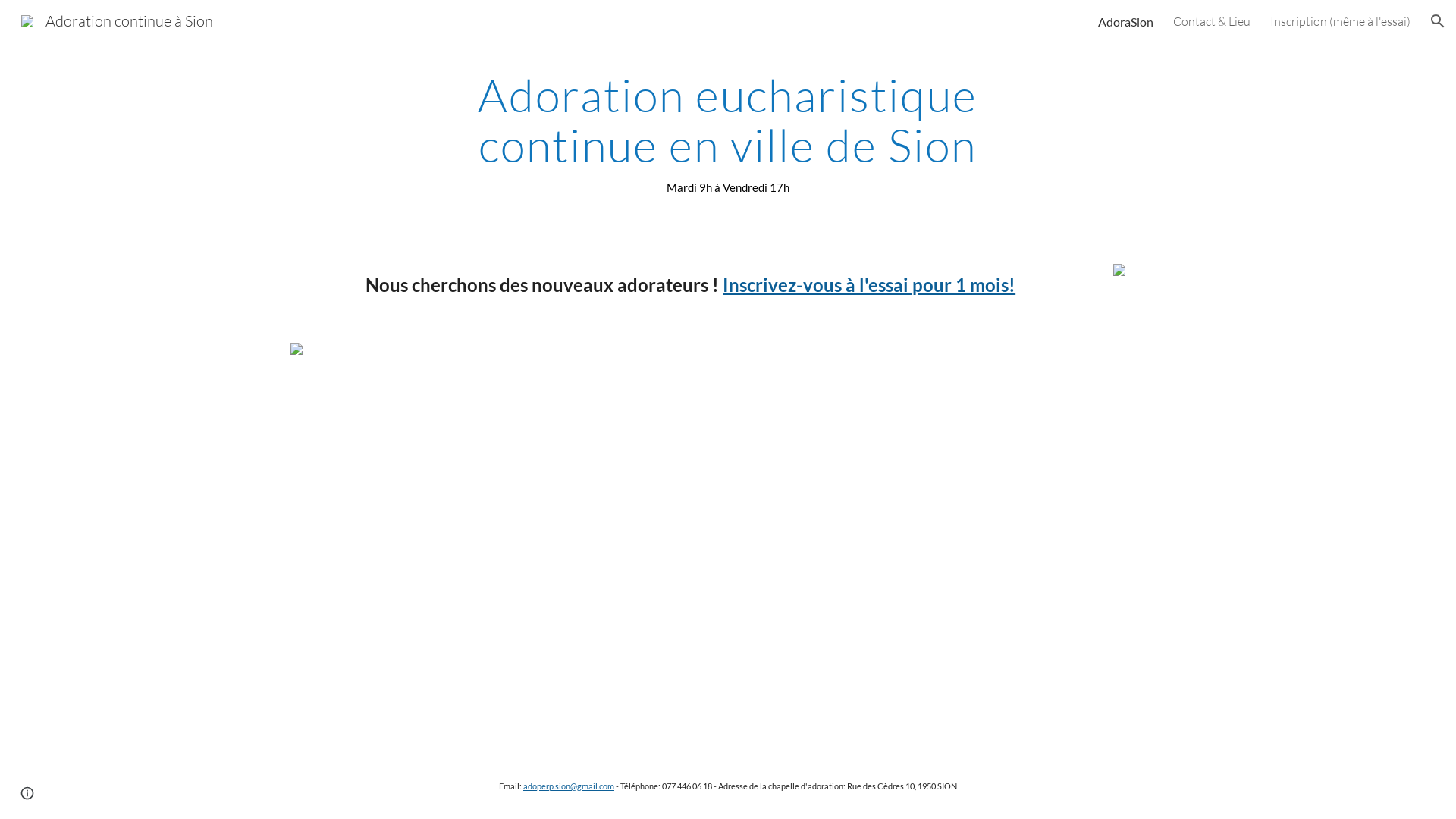  I want to click on 'adoperp.sion@gmail.com', so click(567, 785).